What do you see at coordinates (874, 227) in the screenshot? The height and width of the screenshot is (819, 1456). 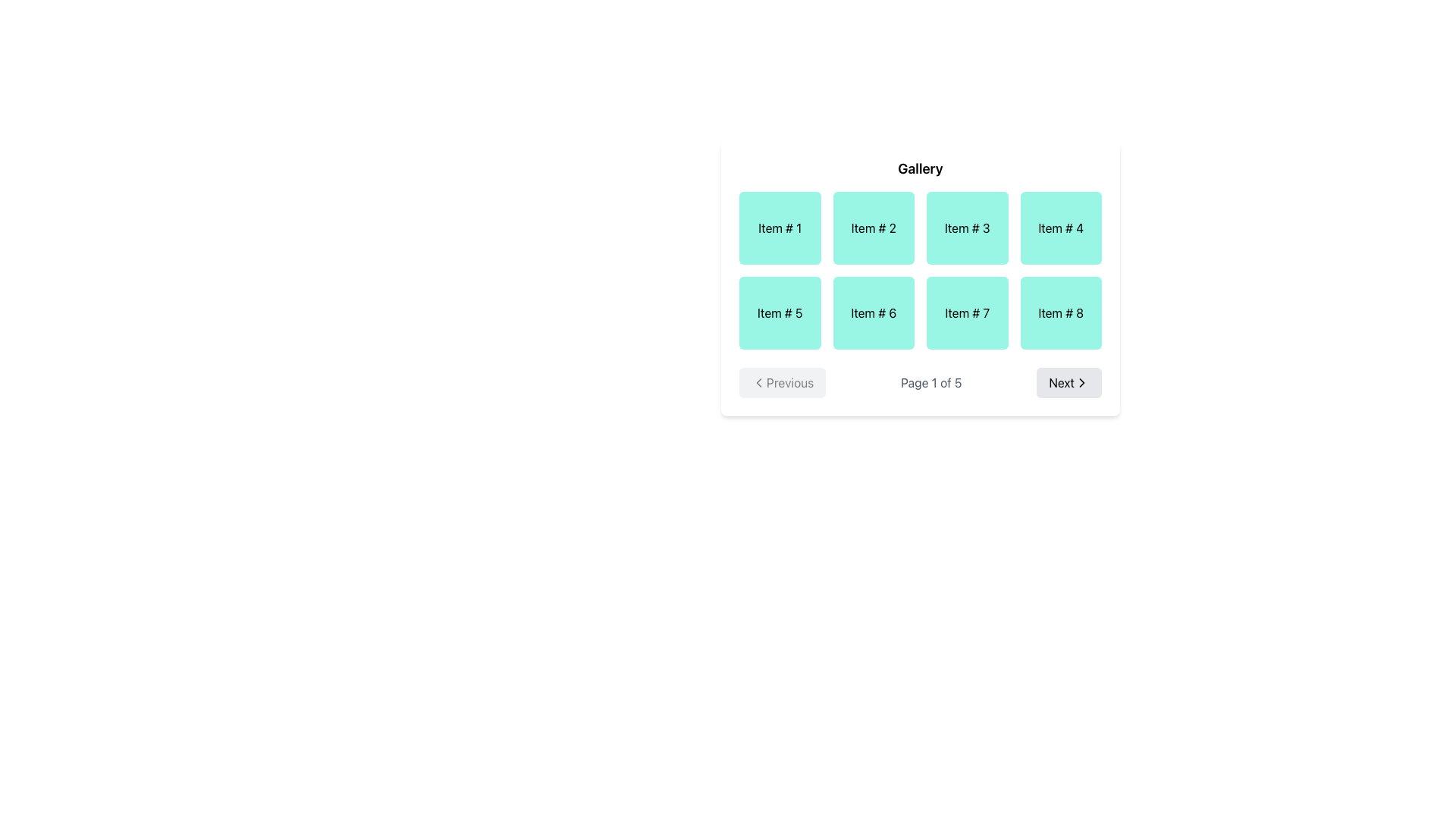 I see `text label that identifies the second item in the grid as 'Item # 2'` at bounding box center [874, 227].